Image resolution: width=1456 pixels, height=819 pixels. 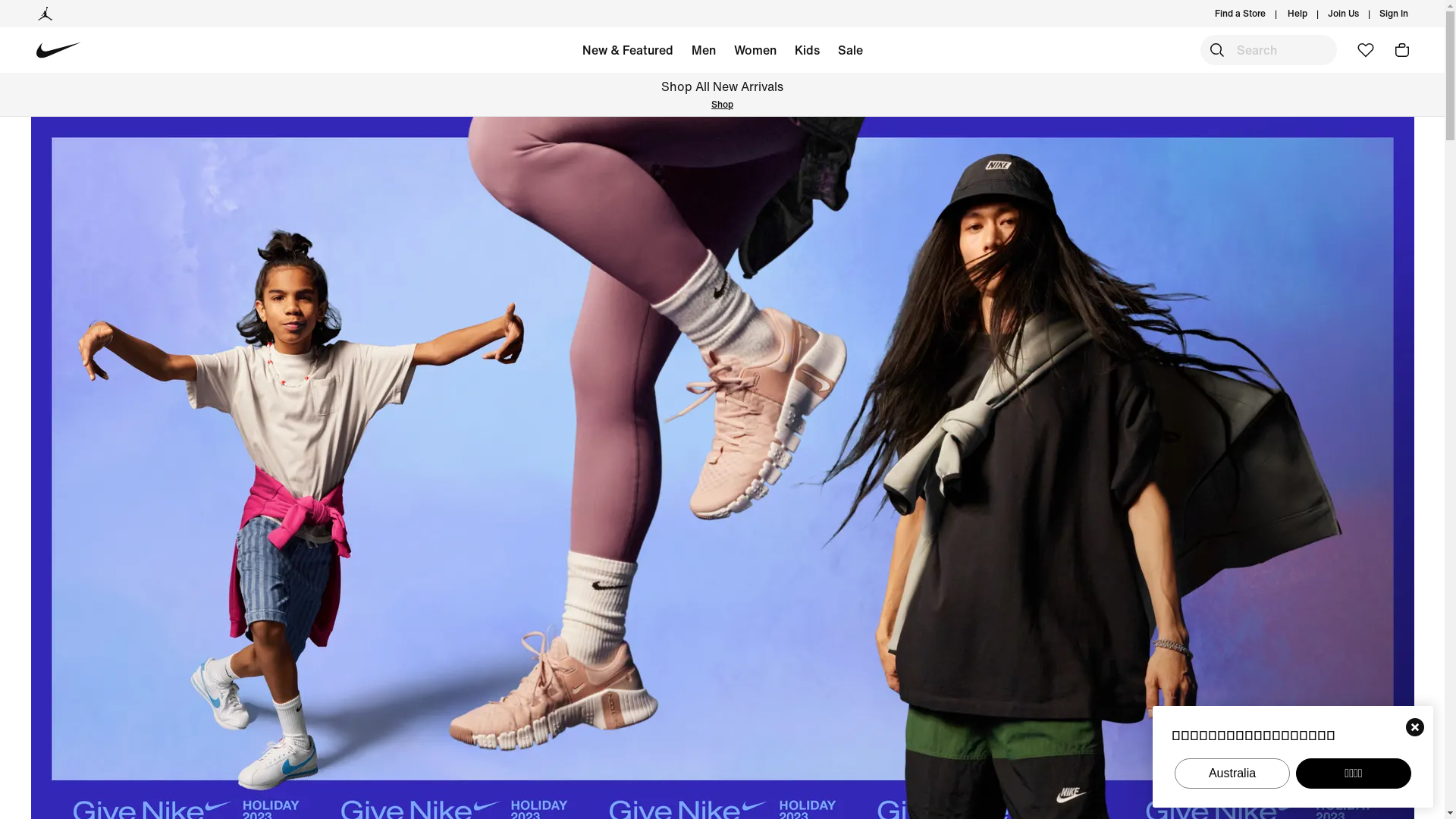 I want to click on 'Australia', so click(x=1232, y=773).